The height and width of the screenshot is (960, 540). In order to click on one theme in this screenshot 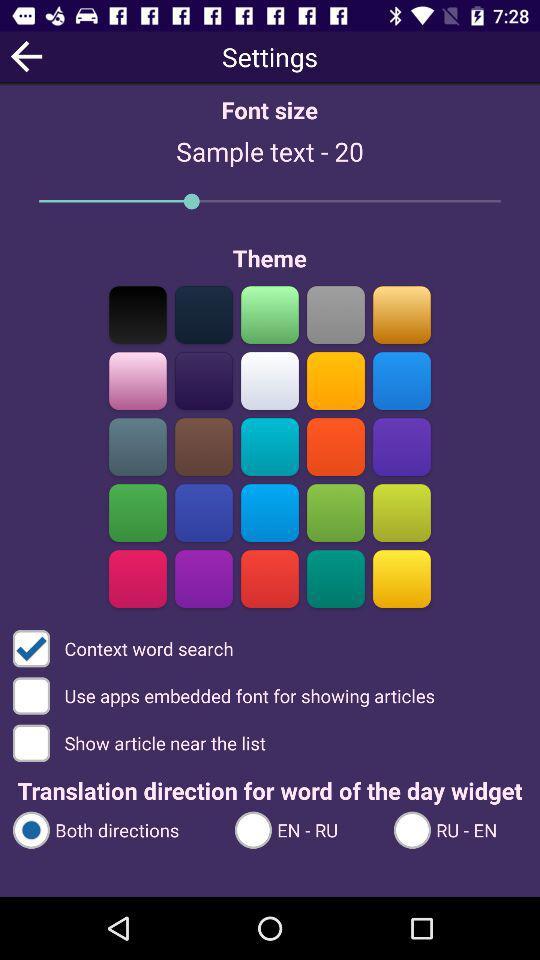, I will do `click(137, 380)`.